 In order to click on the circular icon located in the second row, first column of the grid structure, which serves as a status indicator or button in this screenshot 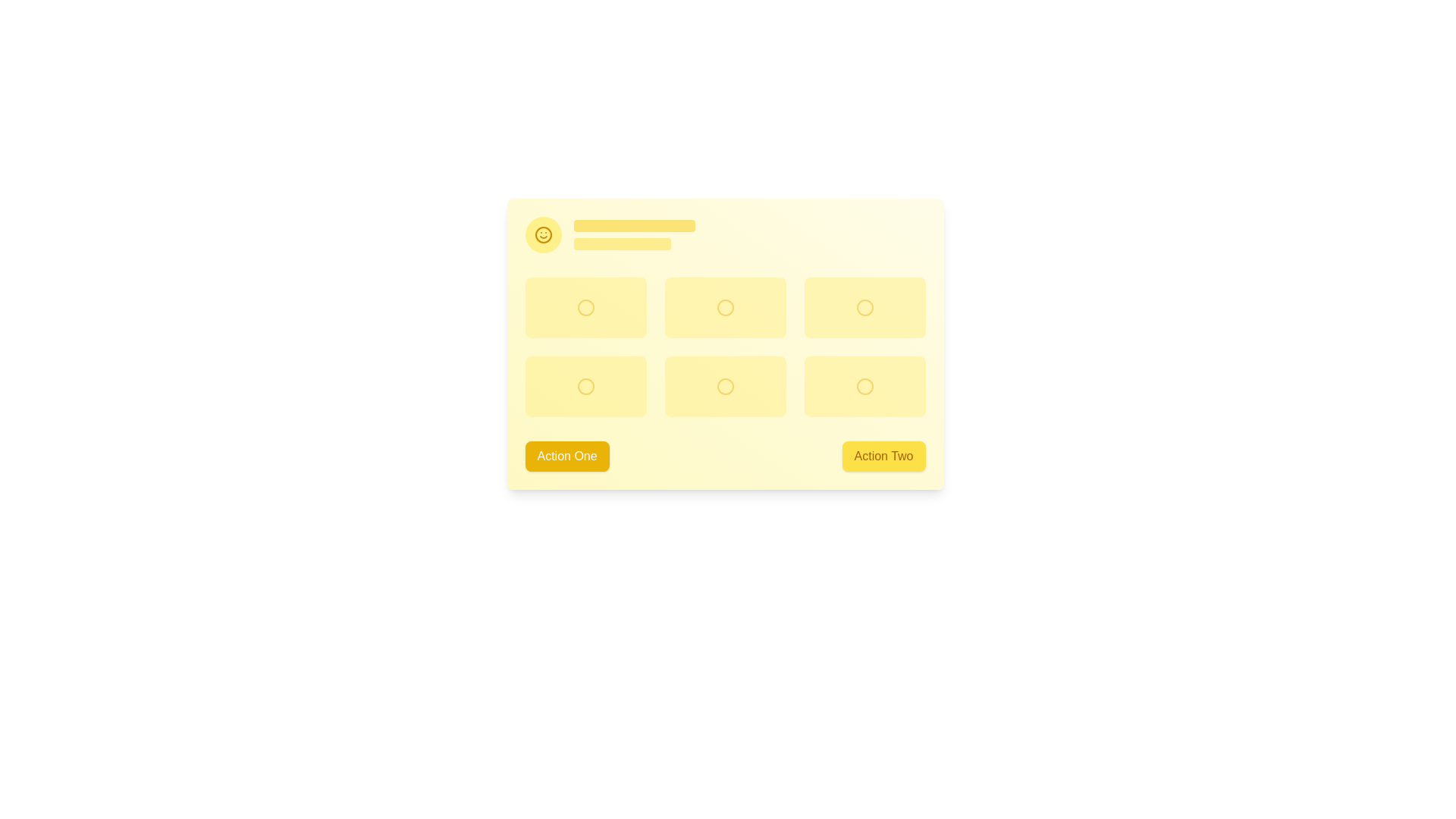, I will do `click(585, 385)`.